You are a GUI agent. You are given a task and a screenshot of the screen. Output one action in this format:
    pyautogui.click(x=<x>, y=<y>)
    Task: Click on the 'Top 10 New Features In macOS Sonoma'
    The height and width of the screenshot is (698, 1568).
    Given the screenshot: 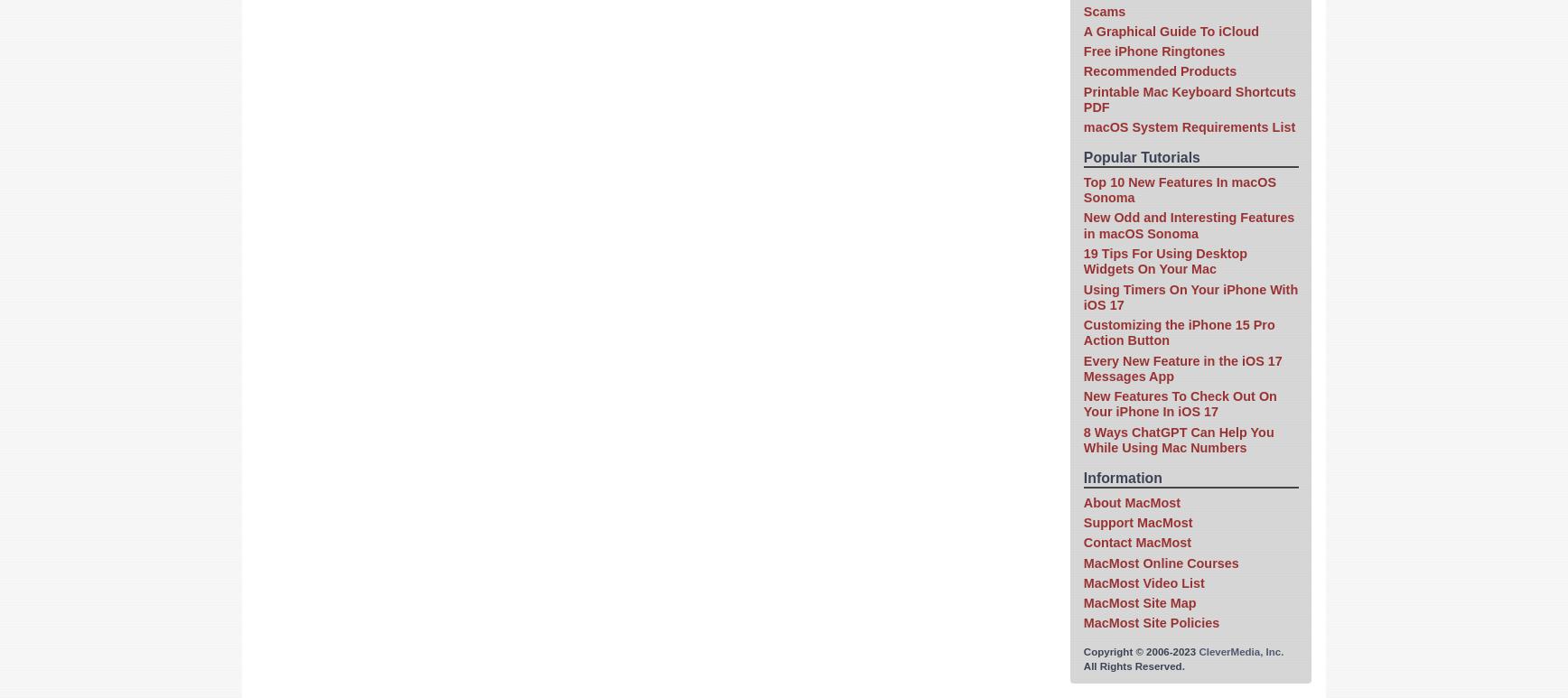 What is the action you would take?
    pyautogui.click(x=1179, y=189)
    